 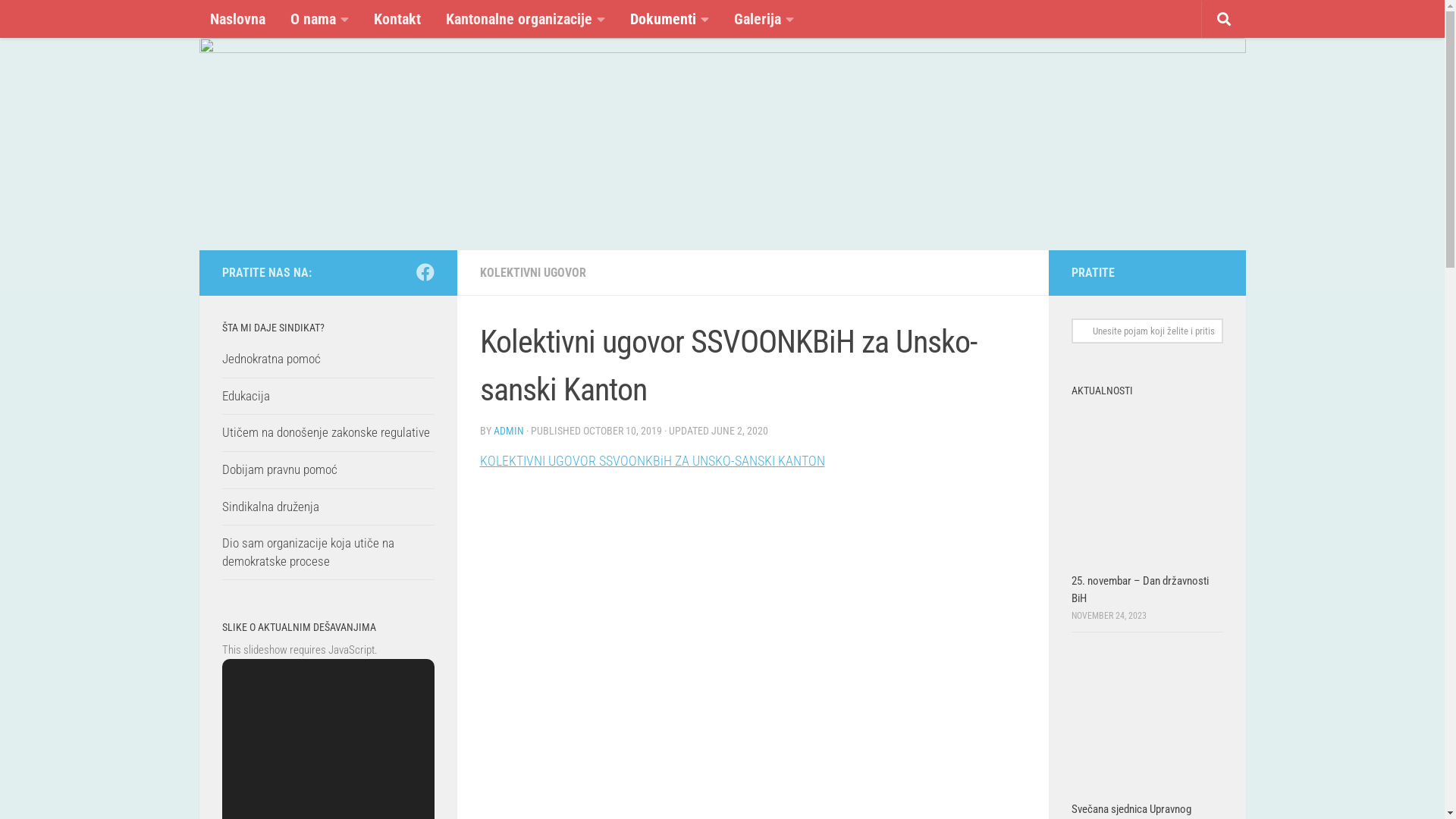 I want to click on 'ADMIN', so click(x=508, y=430).